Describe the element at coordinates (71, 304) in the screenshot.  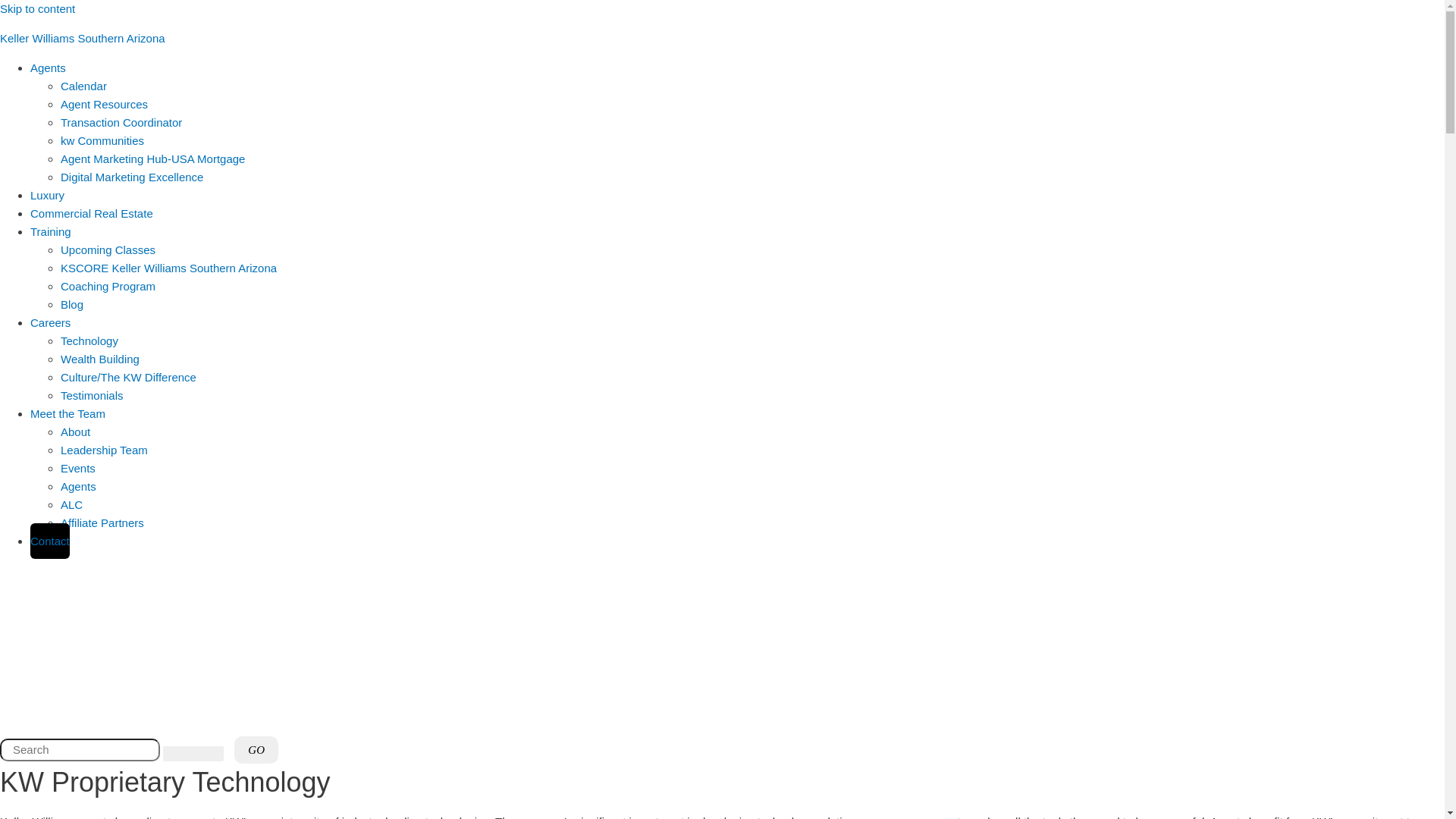
I see `'Blog'` at that location.